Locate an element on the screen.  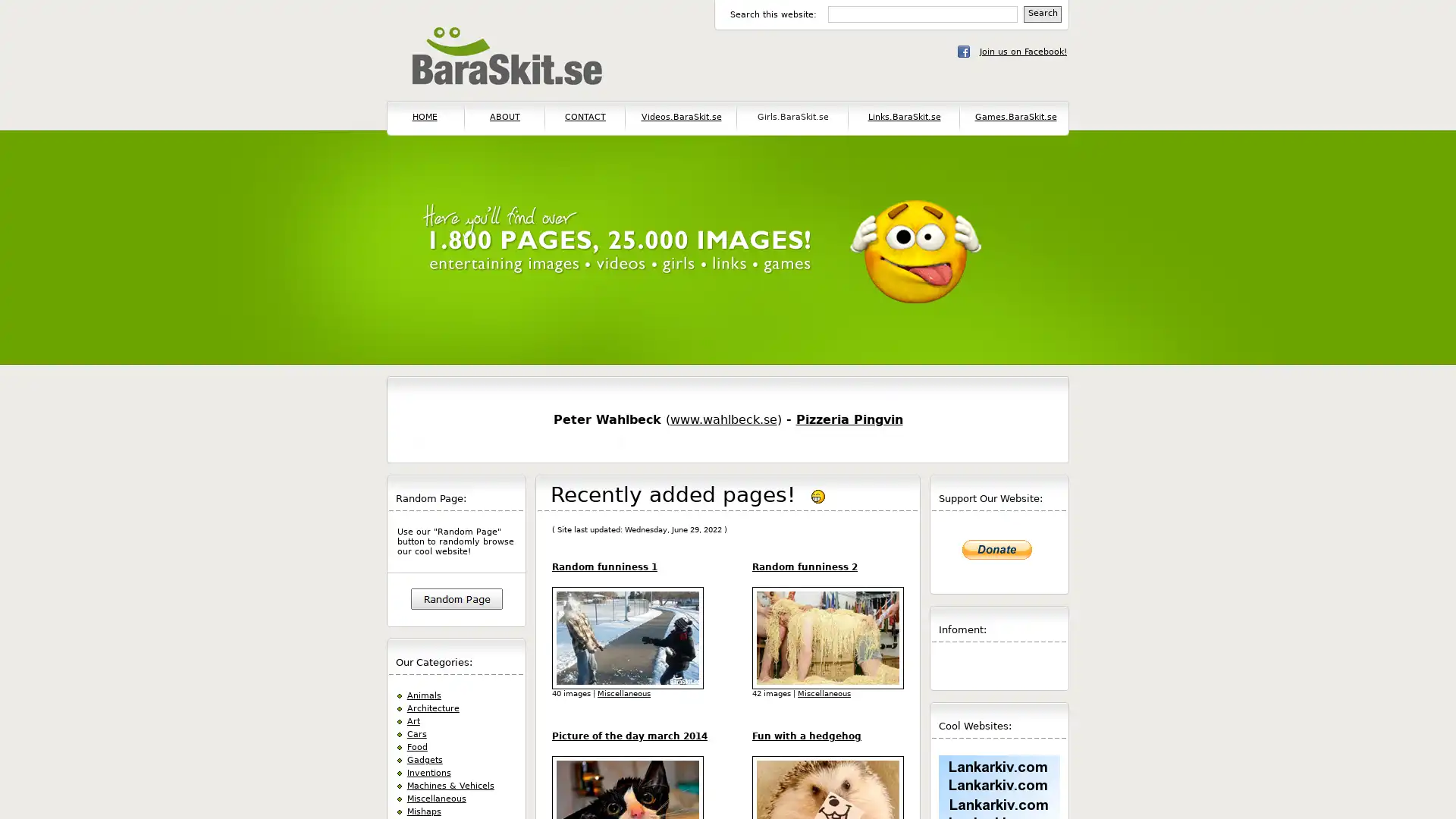
Search is located at coordinates (1041, 14).